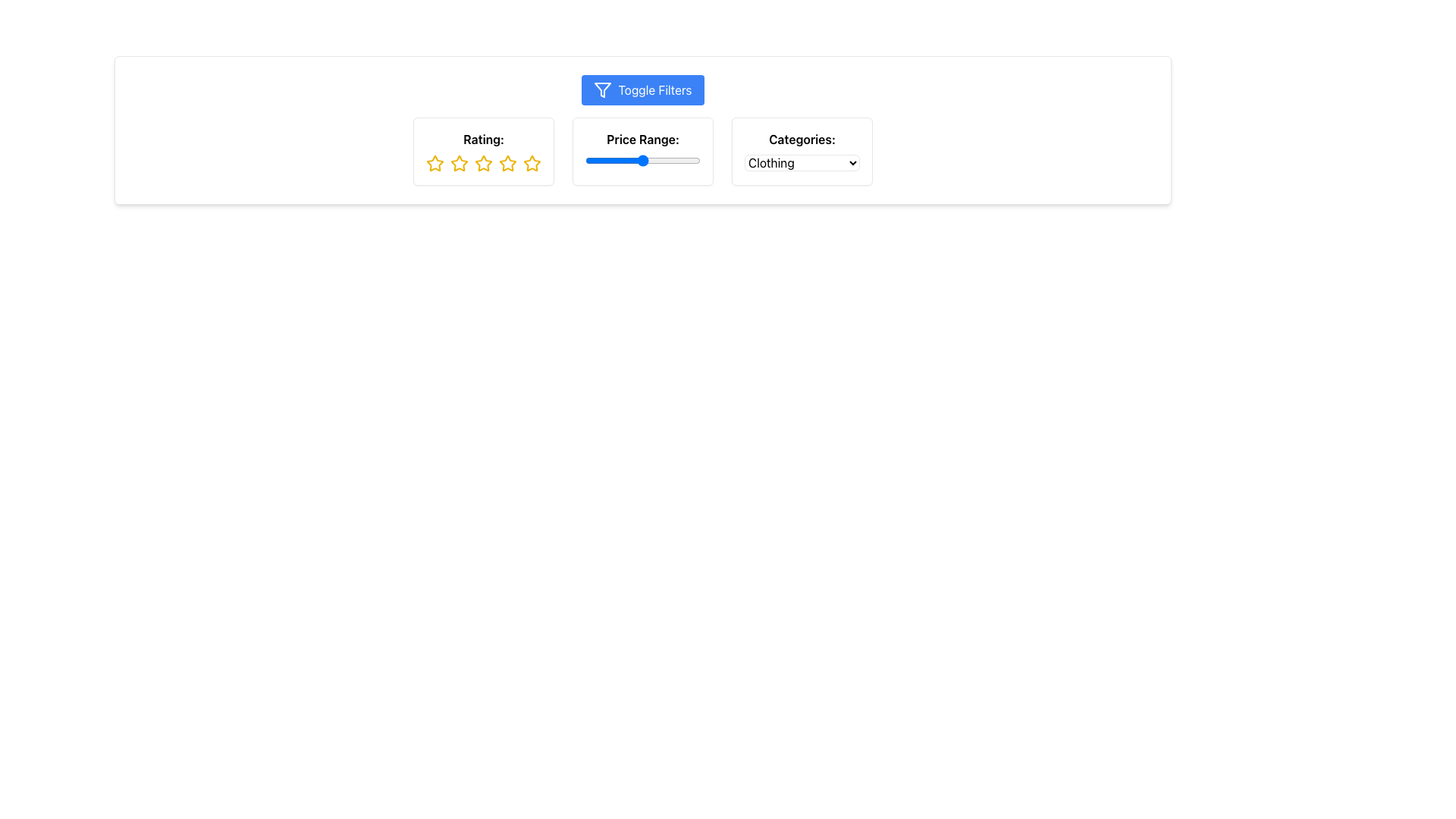 This screenshot has height=819, width=1456. I want to click on the 'Clothing' dropdown menu, so click(801, 163).